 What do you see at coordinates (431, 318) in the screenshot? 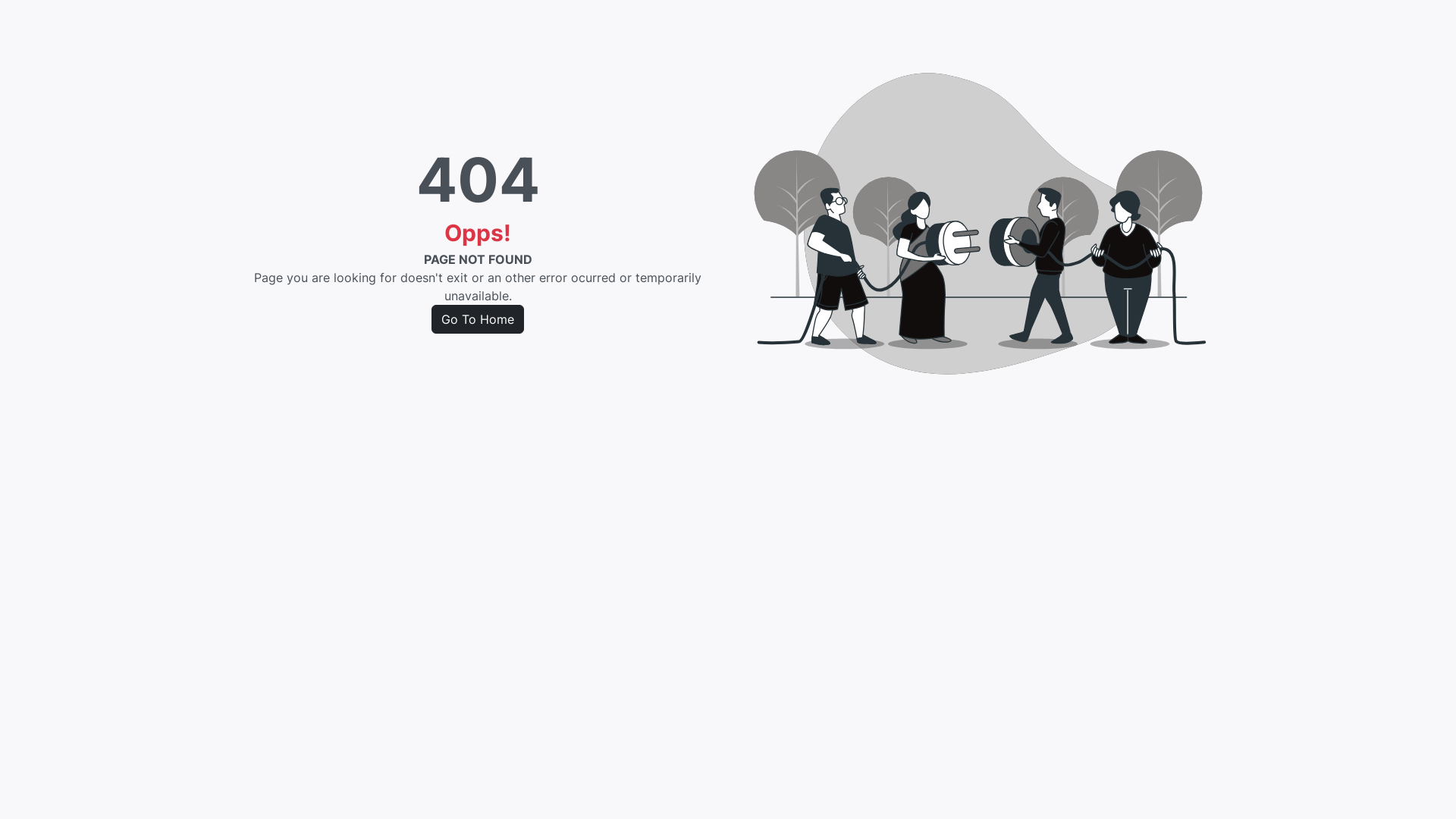
I see `'Go To Home'` at bounding box center [431, 318].